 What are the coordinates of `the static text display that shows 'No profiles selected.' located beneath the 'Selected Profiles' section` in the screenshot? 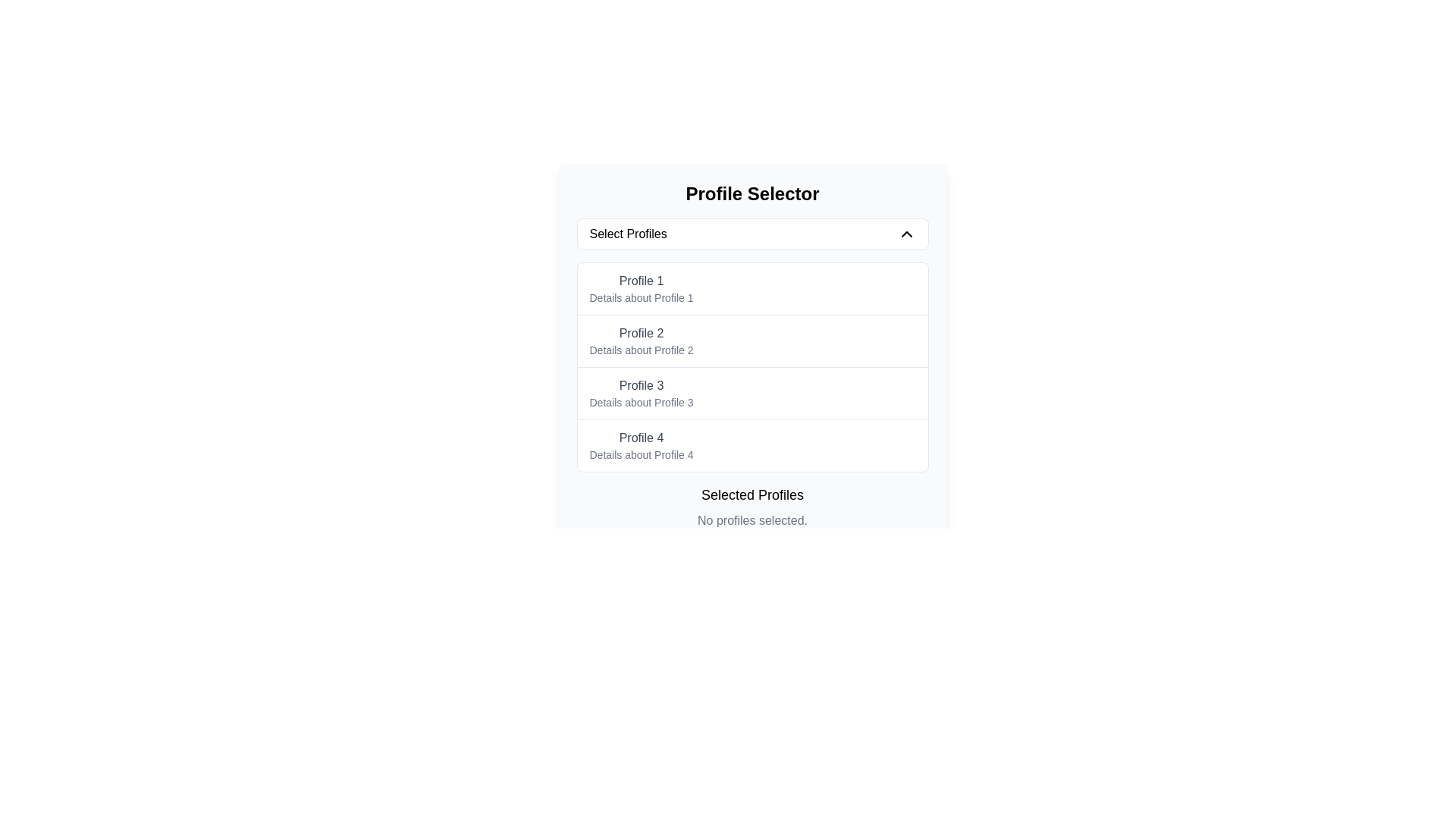 It's located at (752, 519).